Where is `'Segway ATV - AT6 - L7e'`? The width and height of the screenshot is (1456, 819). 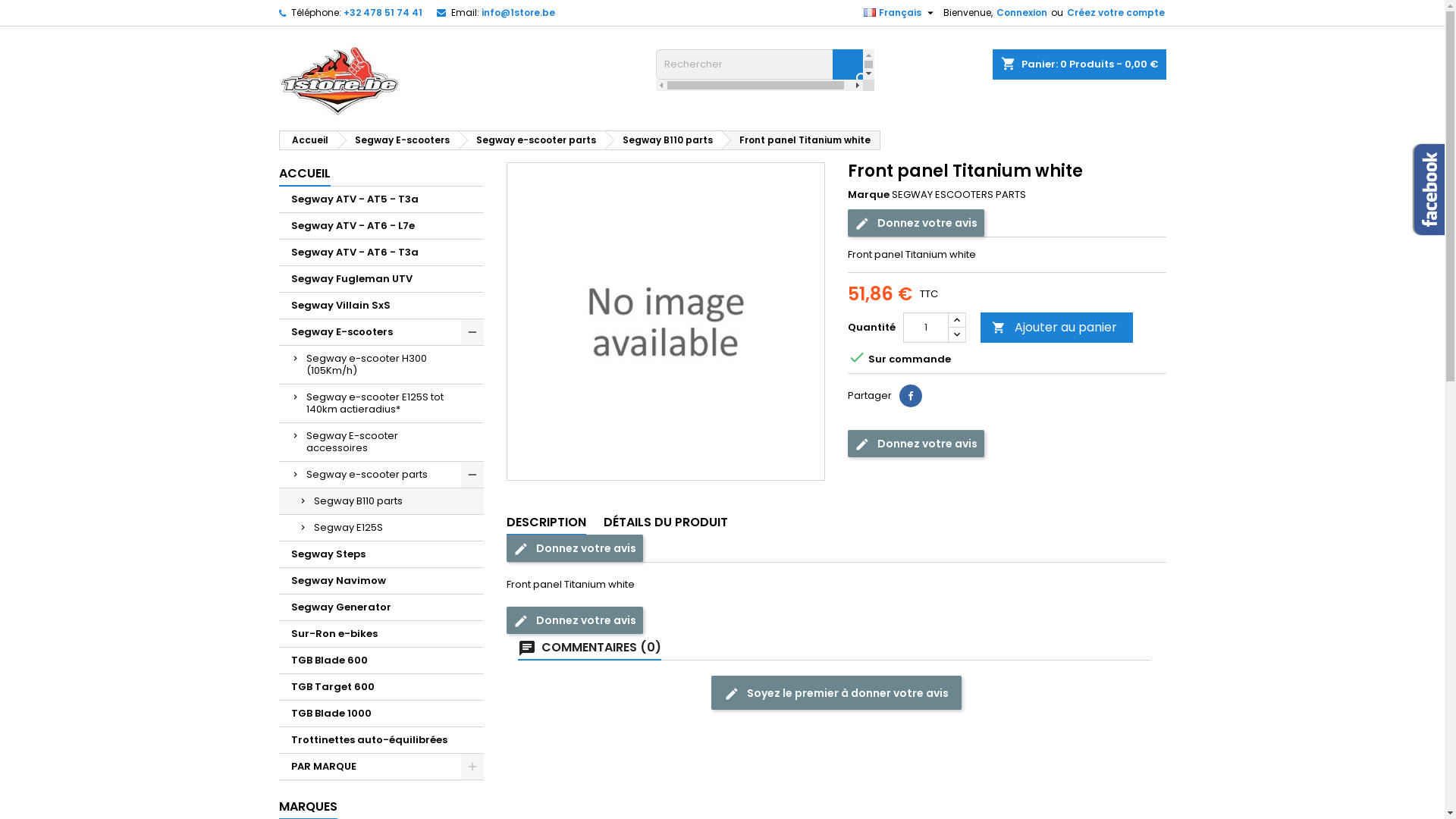
'Segway ATV - AT6 - L7e' is located at coordinates (381, 226).